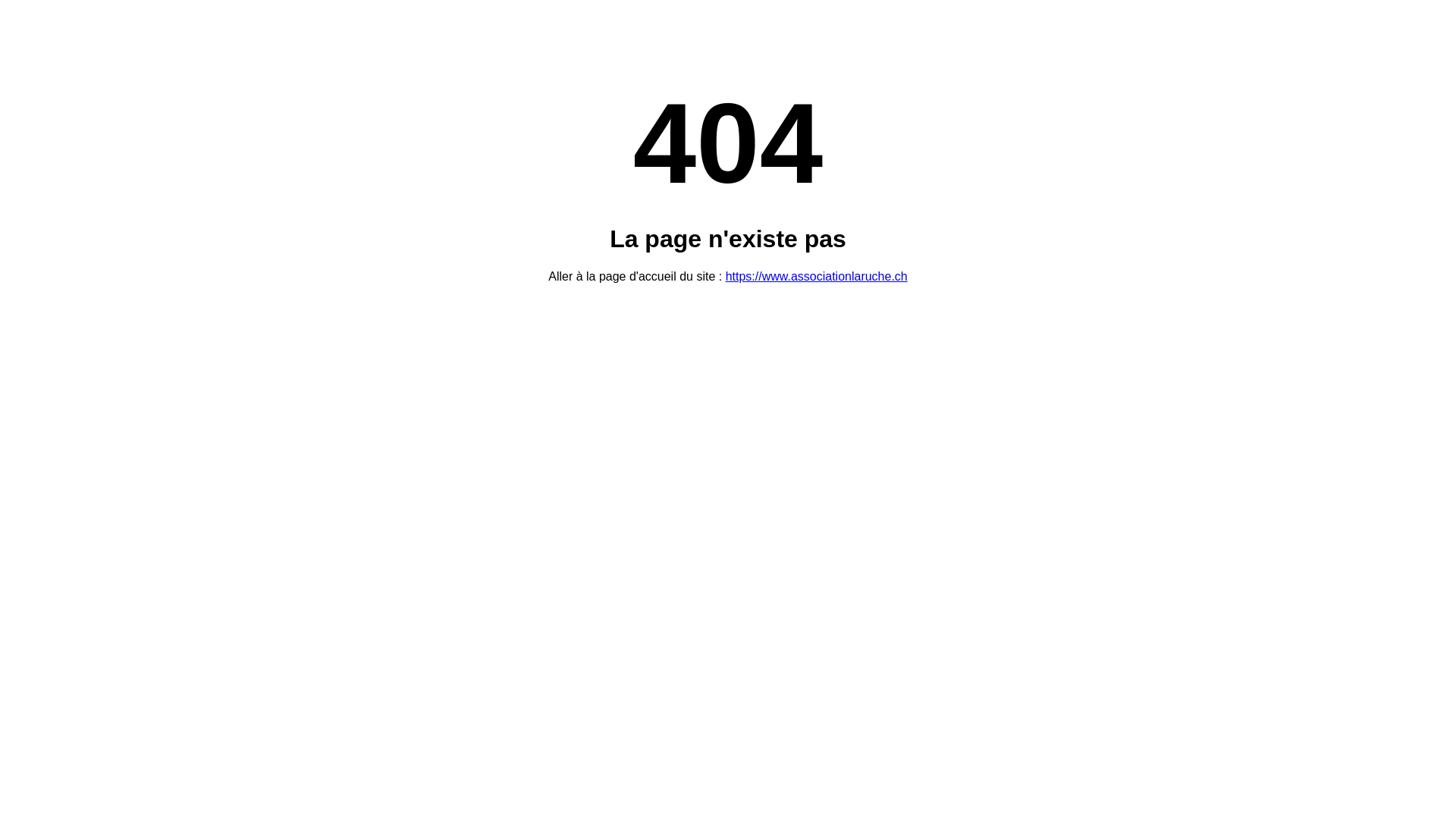 This screenshot has width=1456, height=819. I want to click on 'https://www.associationlaruche.ch', so click(815, 276).